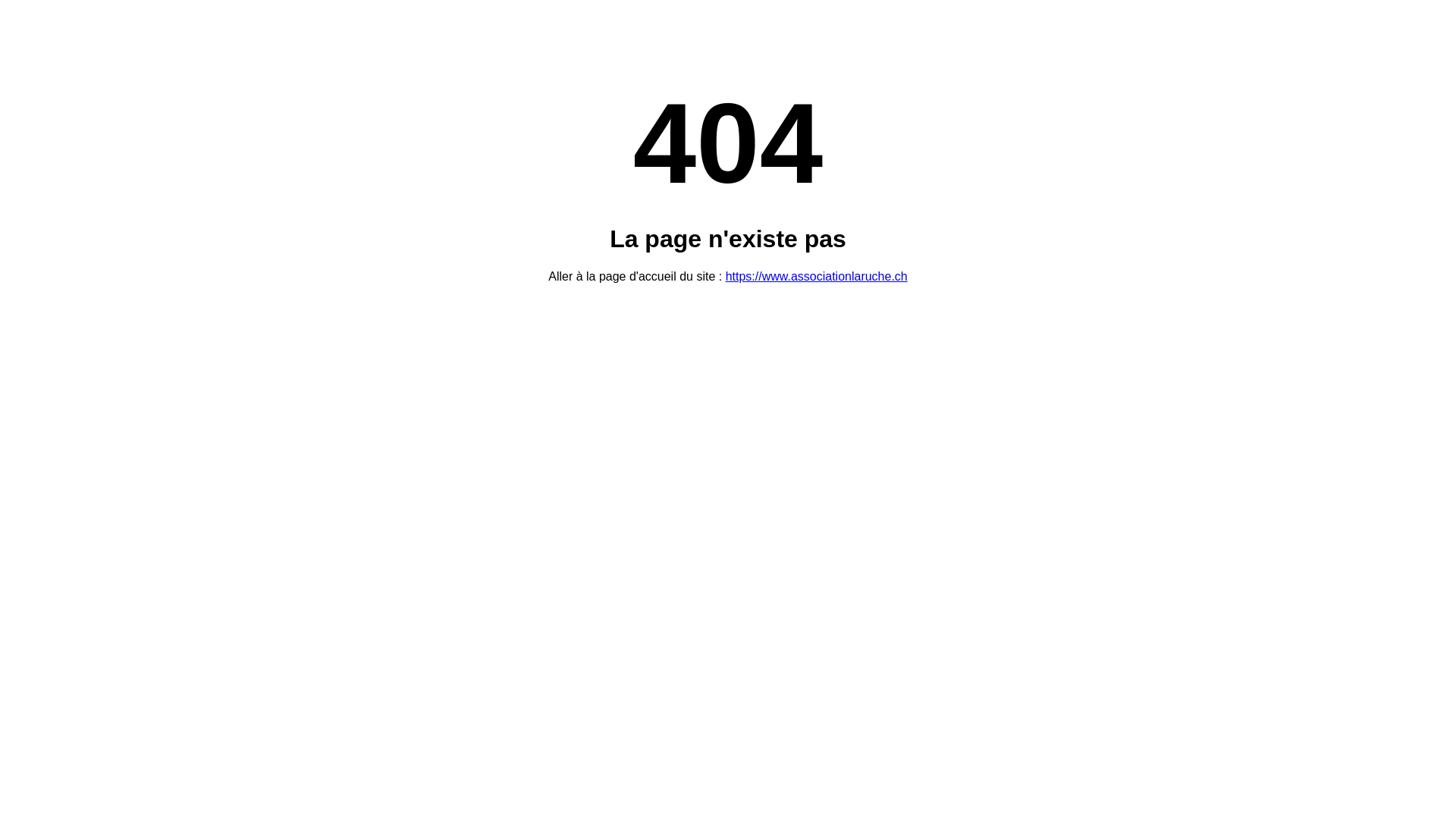 This screenshot has width=1456, height=819. I want to click on 'https://www.associationlaruche.ch', so click(815, 276).